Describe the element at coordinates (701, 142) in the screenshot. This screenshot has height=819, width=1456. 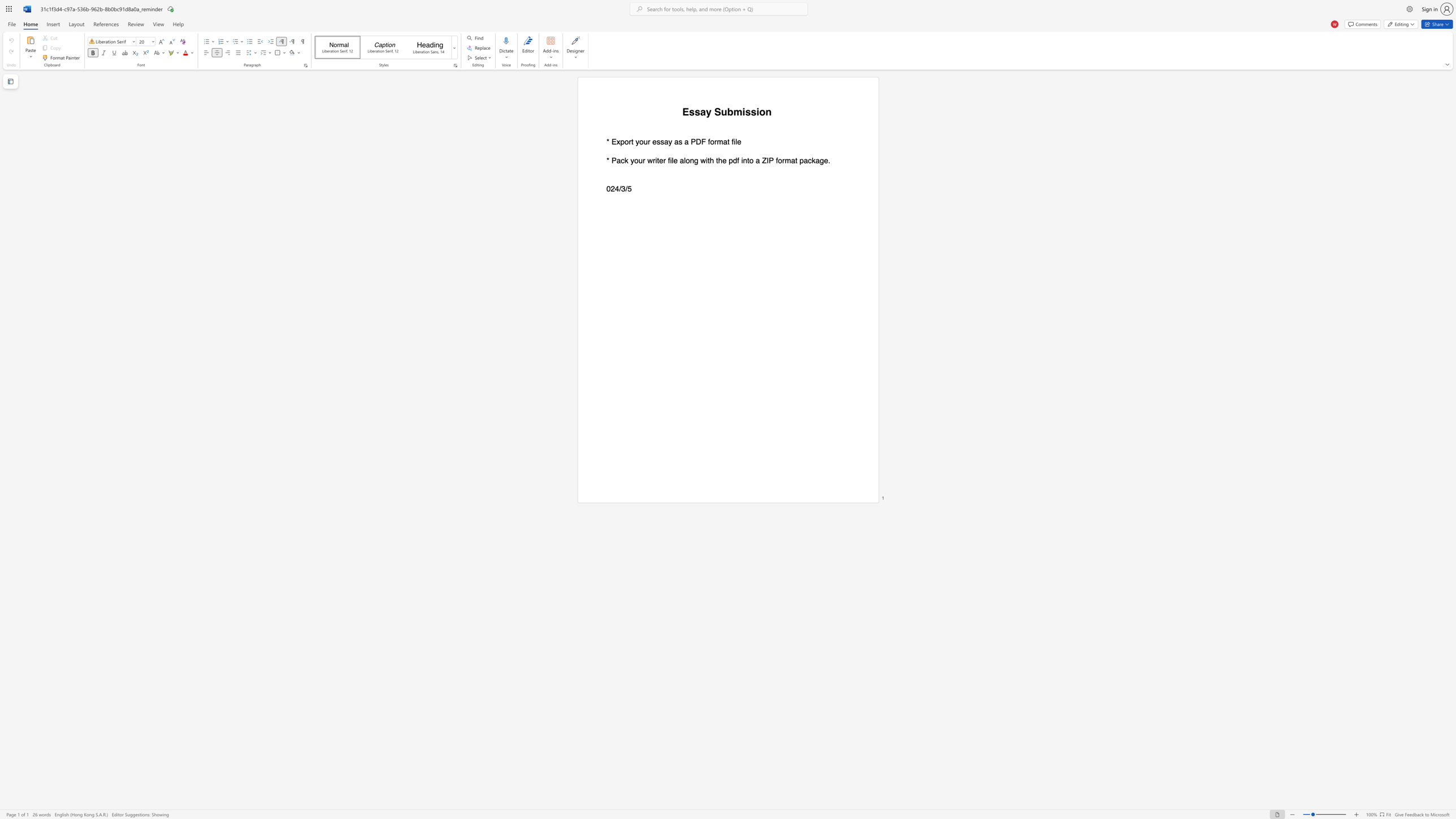
I see `the subset text "F for" within the text "a PDF format"` at that location.